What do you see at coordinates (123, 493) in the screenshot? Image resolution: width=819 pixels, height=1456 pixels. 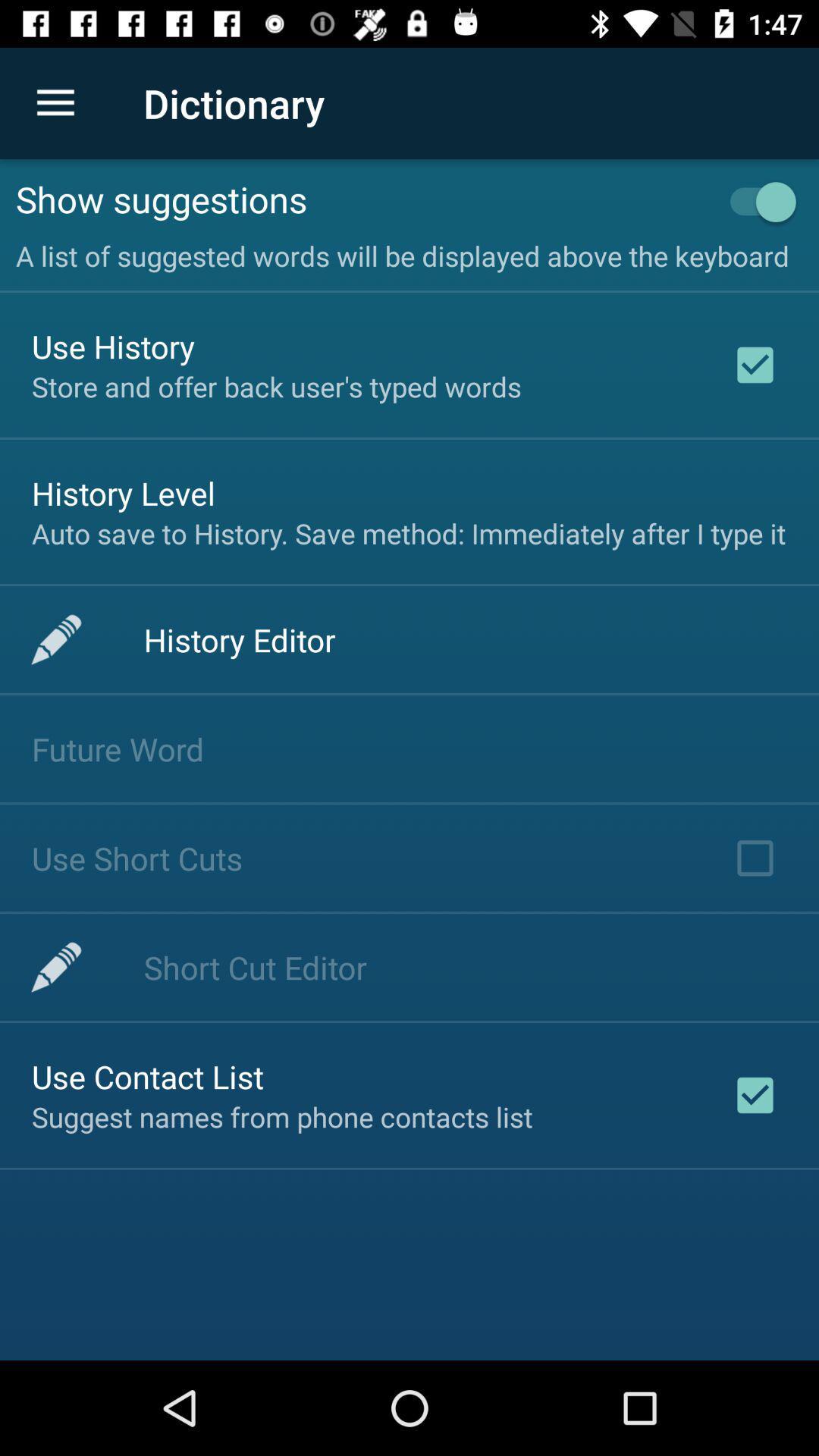 I see `the item above the auto save to icon` at bounding box center [123, 493].